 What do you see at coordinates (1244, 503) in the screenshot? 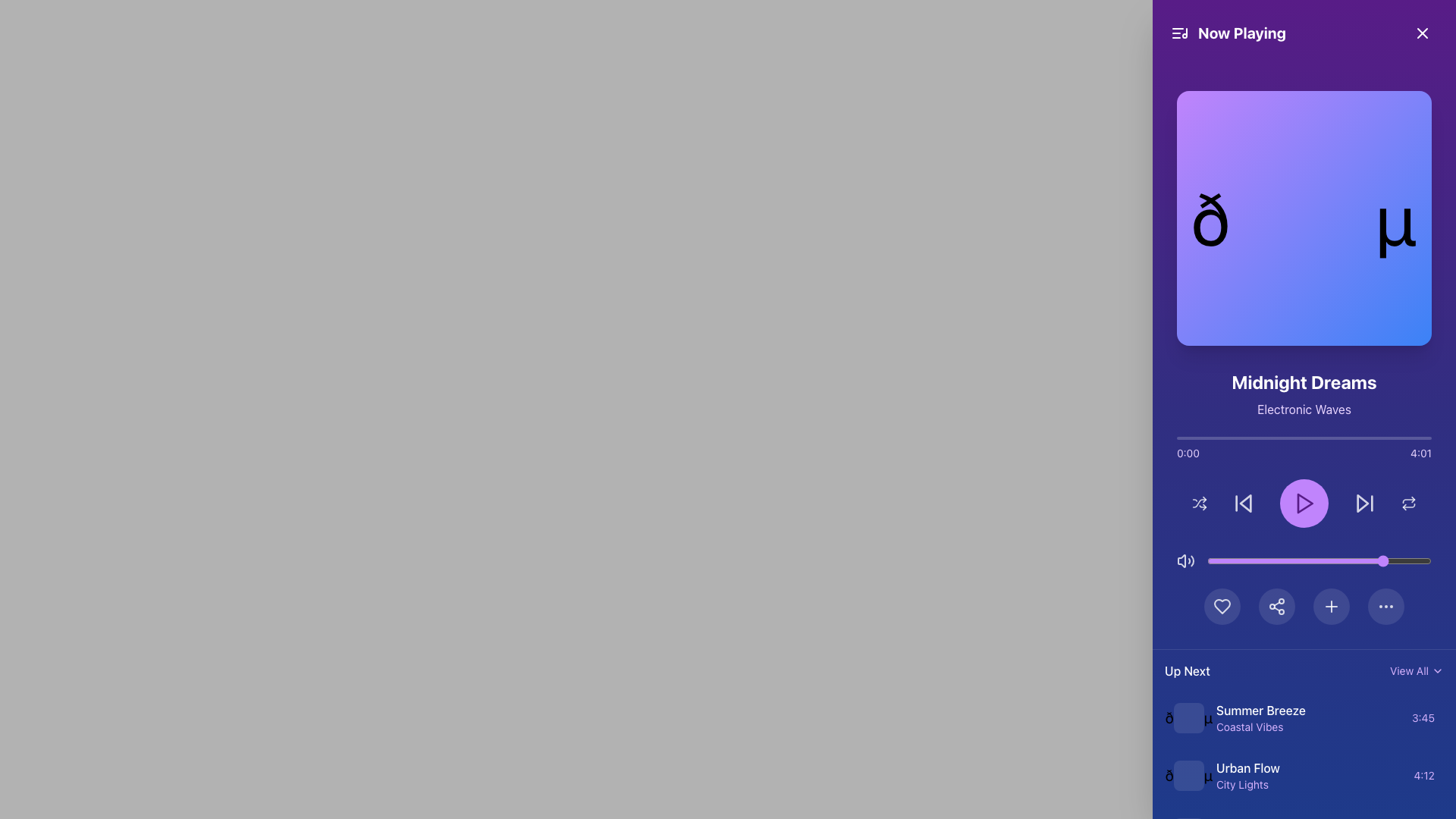
I see `the previous track button, which is the second icon from the left in the media control section below the media title` at bounding box center [1244, 503].